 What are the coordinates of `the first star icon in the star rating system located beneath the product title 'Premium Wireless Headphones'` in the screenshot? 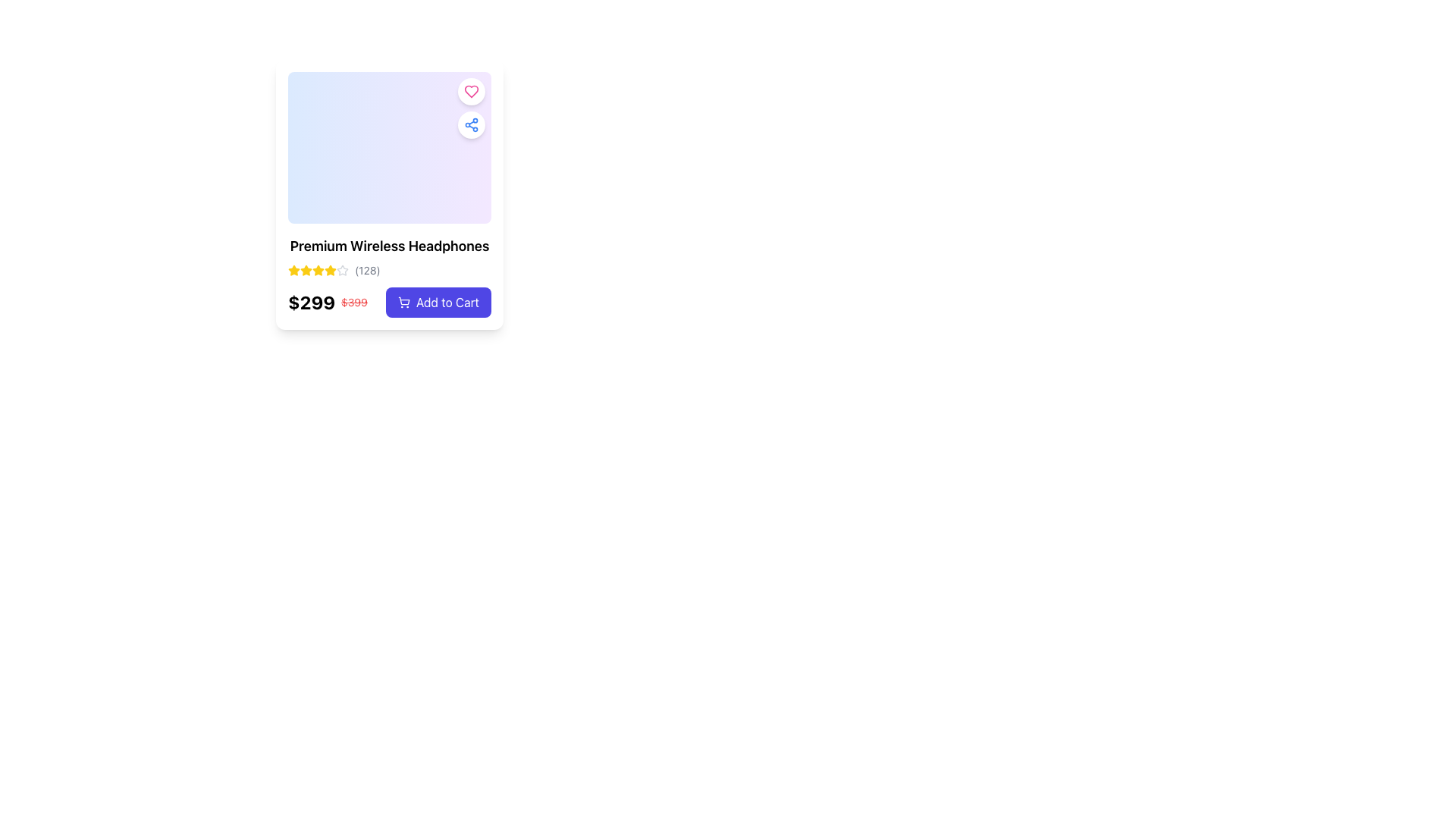 It's located at (294, 270).